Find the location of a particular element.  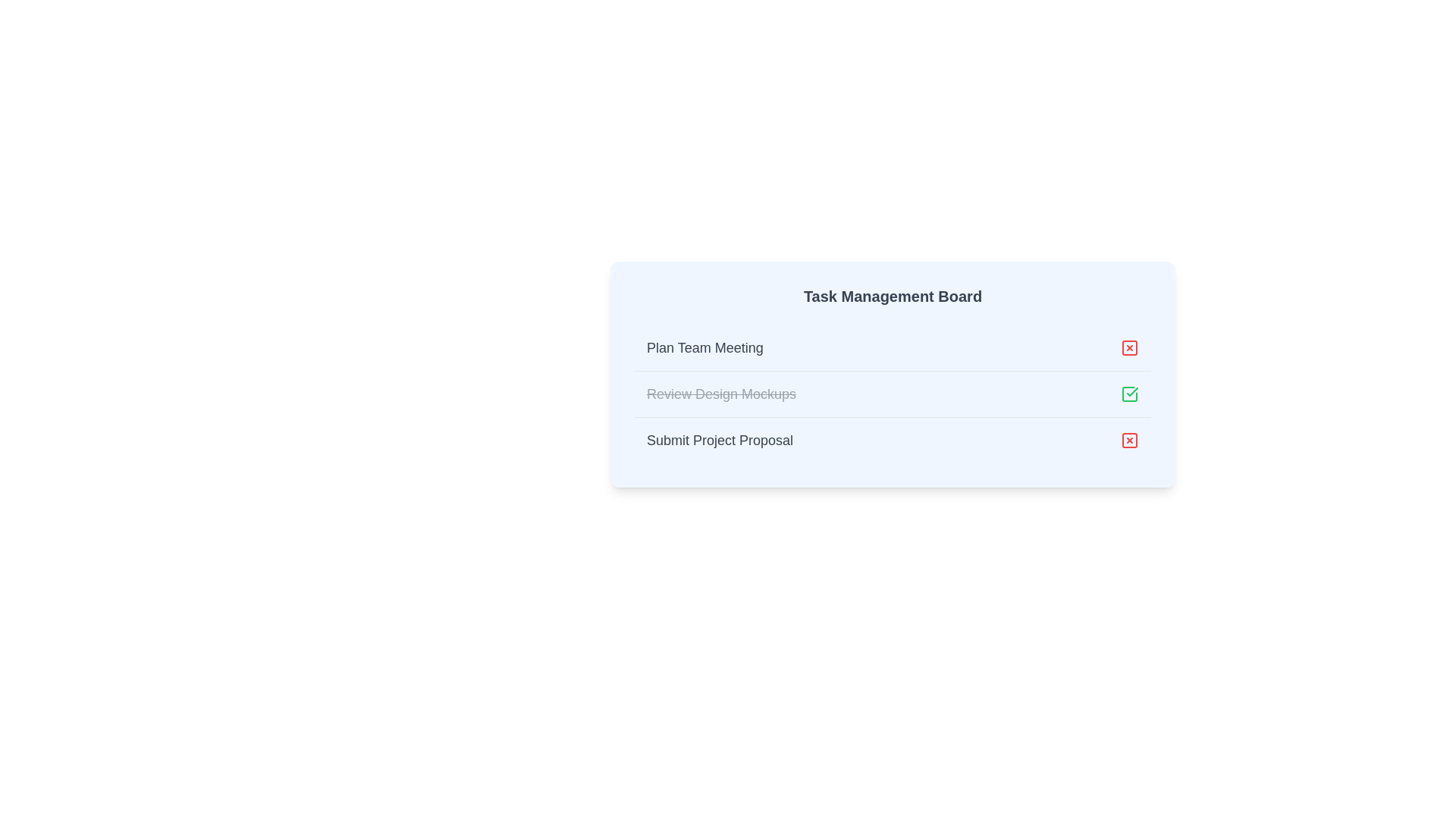

the delete button associated with the 'Plan Team Meeting' task is located at coordinates (1129, 348).